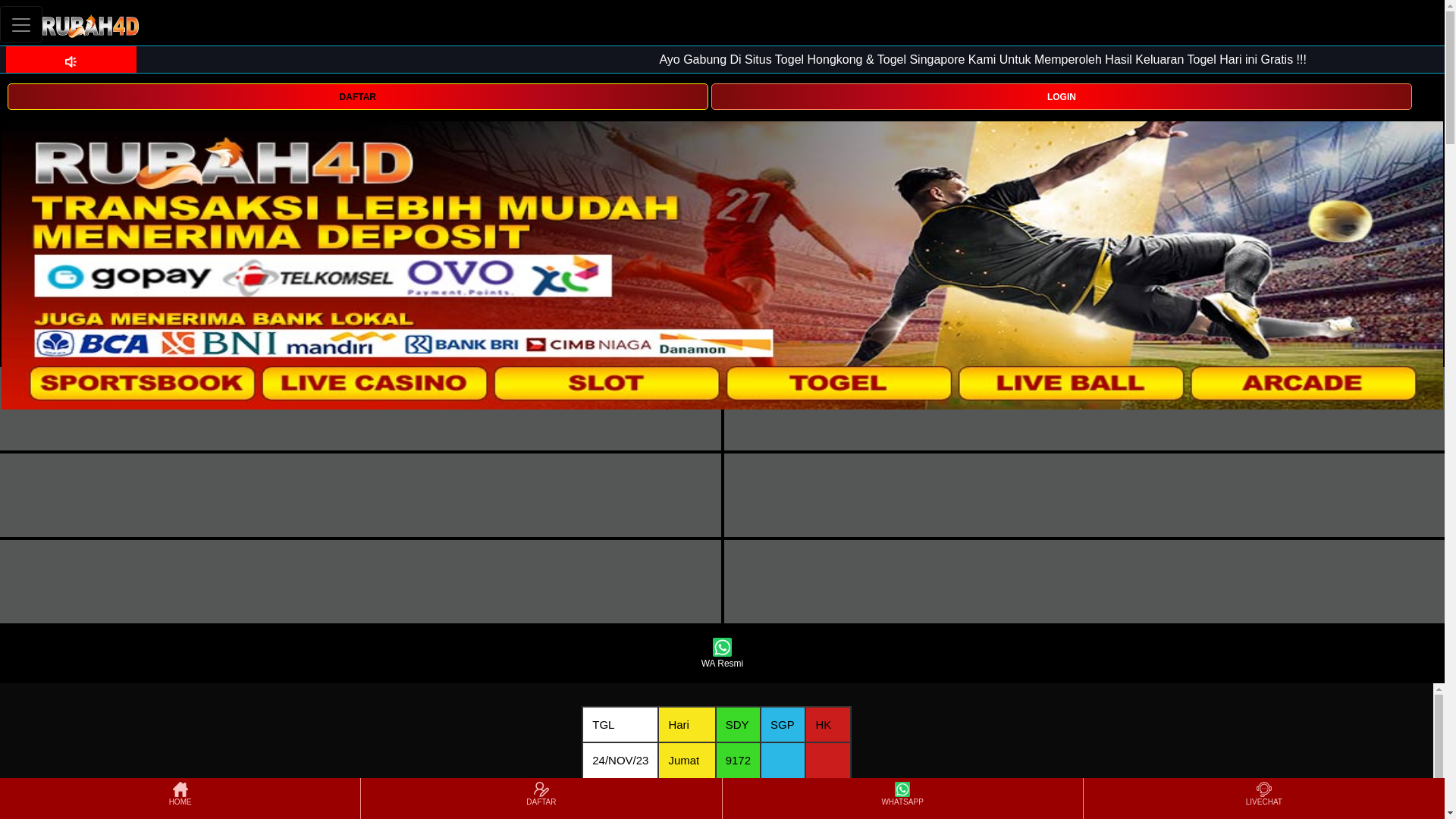 The width and height of the screenshot is (1456, 819). What do you see at coordinates (180, 798) in the screenshot?
I see `'HOME'` at bounding box center [180, 798].